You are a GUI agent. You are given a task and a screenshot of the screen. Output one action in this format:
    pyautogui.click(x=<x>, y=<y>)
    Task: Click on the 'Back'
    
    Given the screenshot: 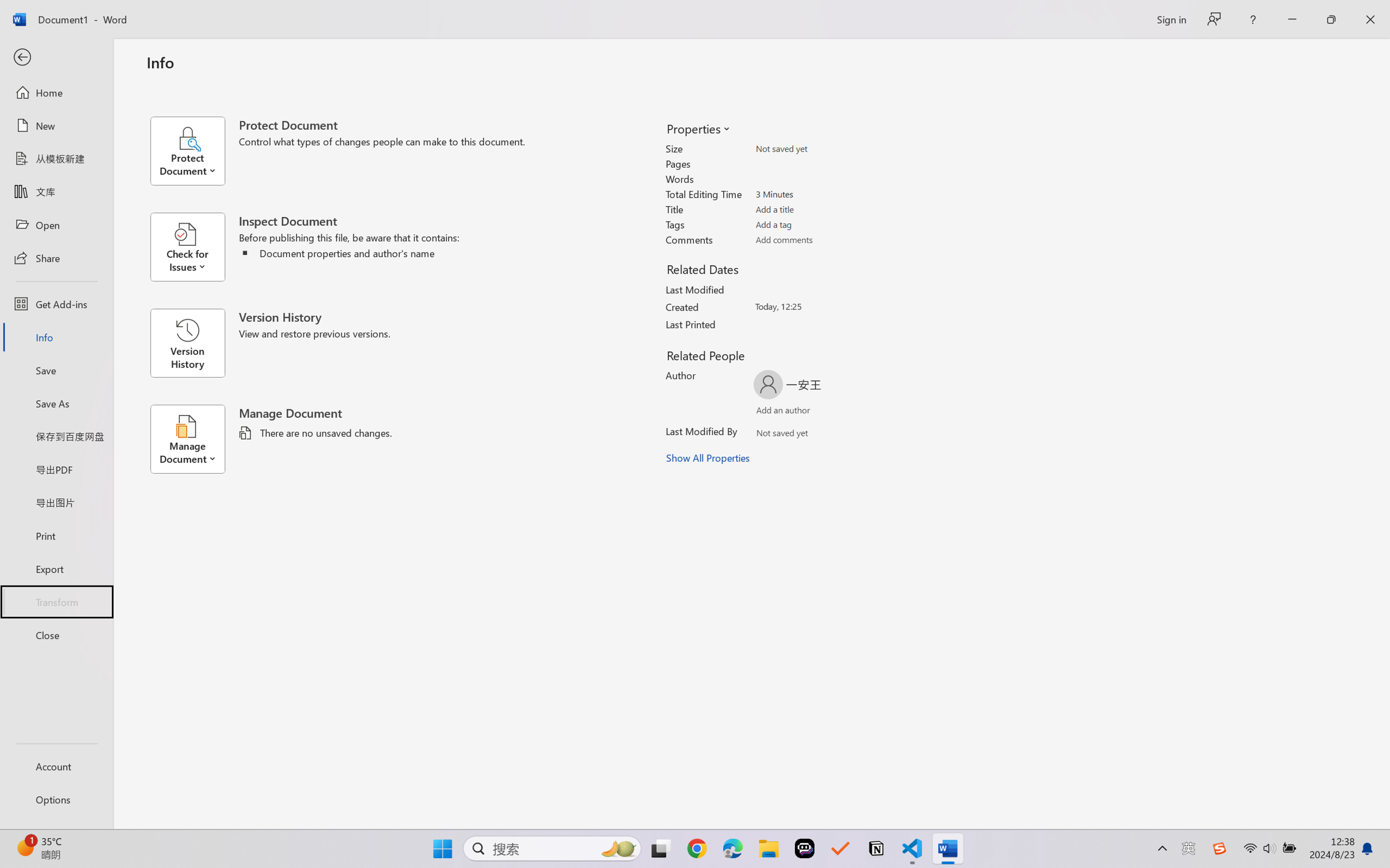 What is the action you would take?
    pyautogui.click(x=56, y=57)
    